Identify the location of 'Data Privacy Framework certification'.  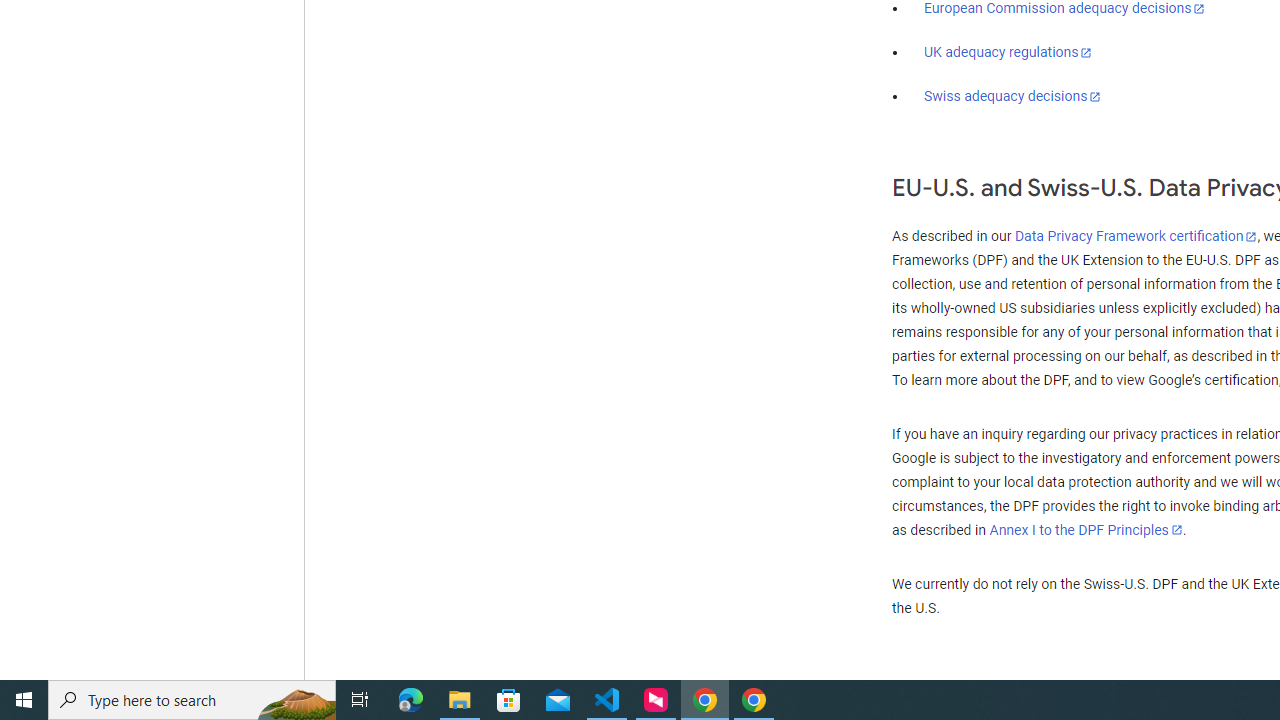
(1136, 236).